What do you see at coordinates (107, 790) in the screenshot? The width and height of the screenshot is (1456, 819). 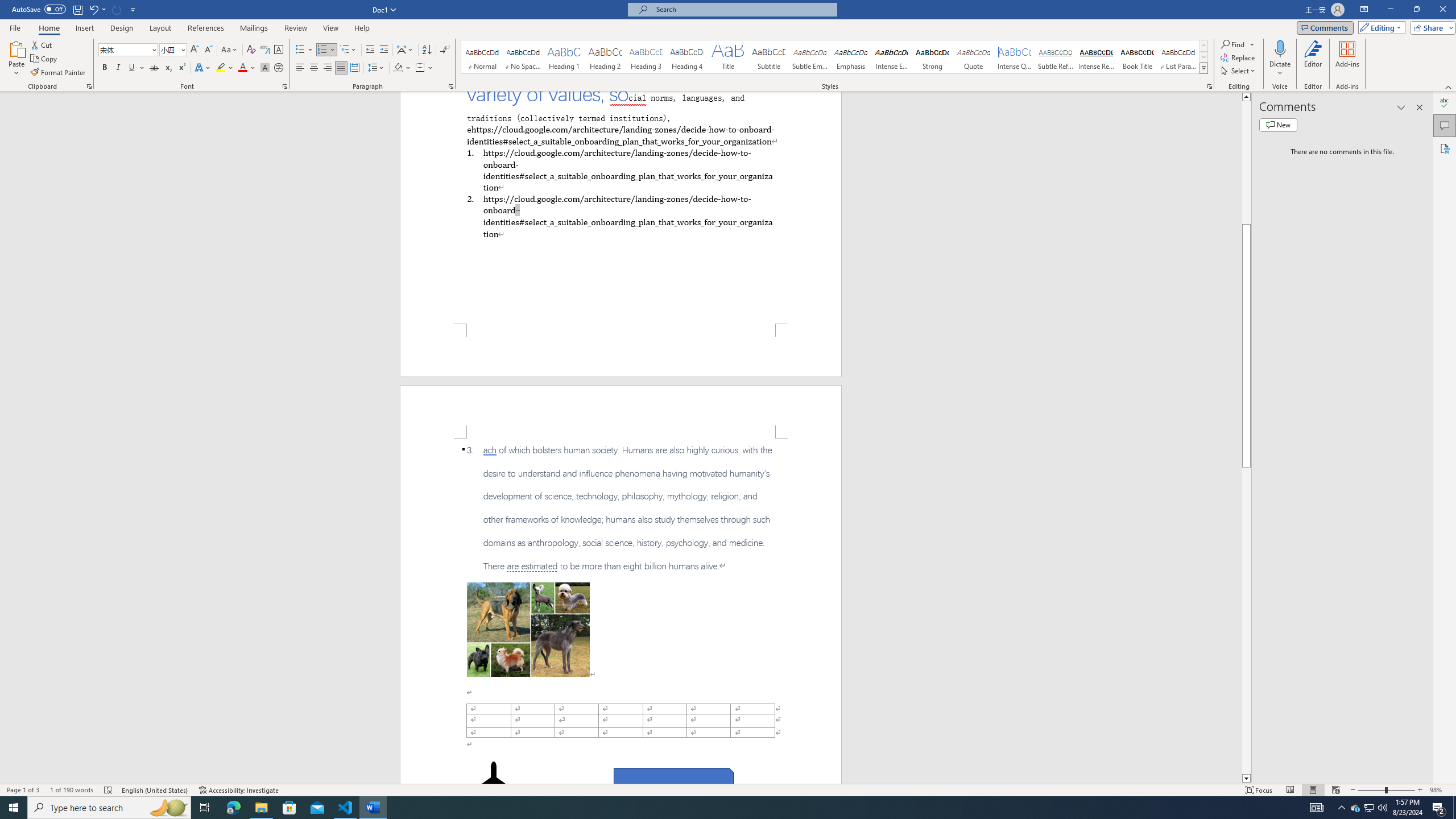 I see `'Spelling and Grammar Check Errors'` at bounding box center [107, 790].